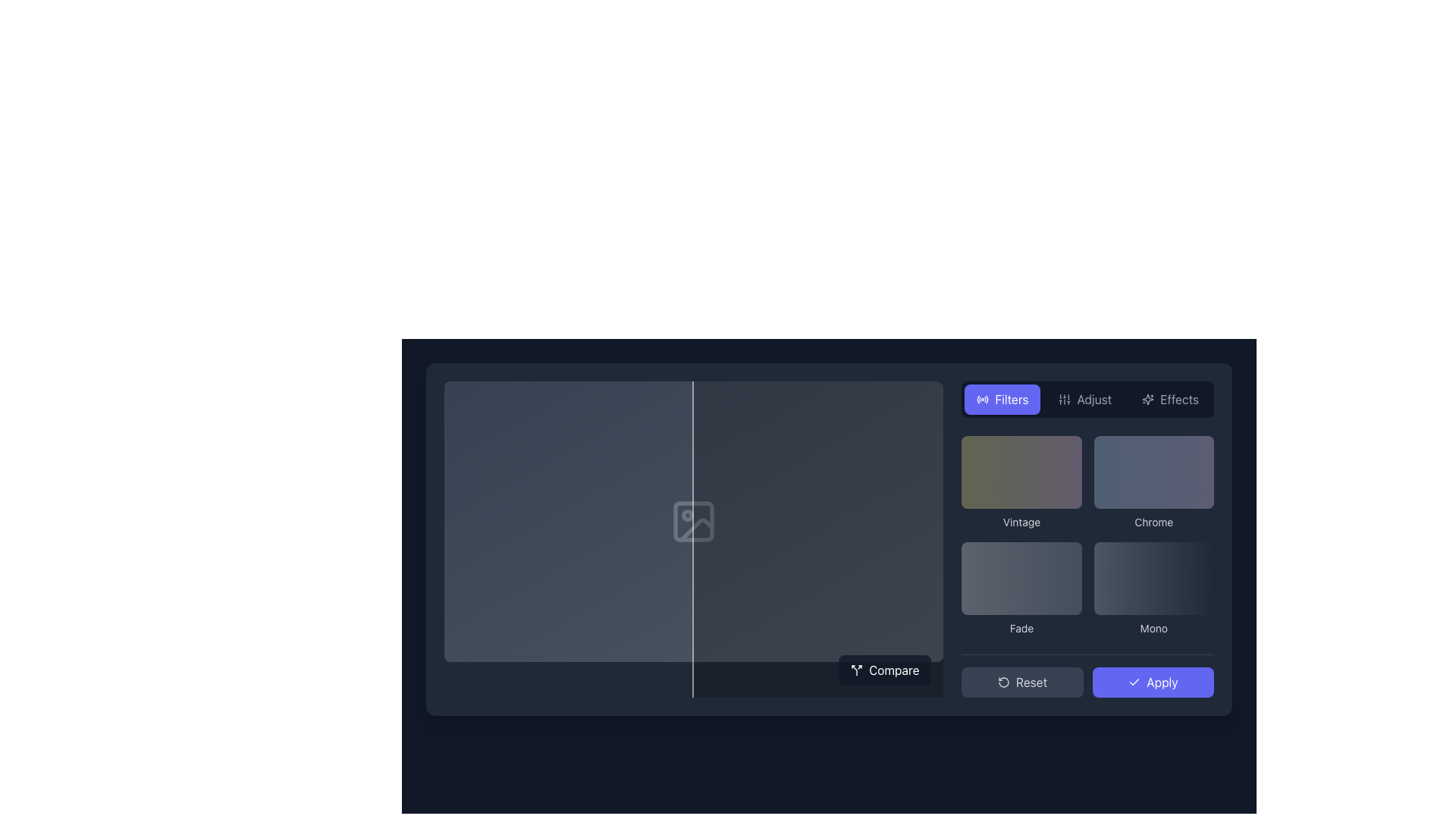 Image resolution: width=1456 pixels, height=819 pixels. I want to click on the decorative icon representing the 'Filters' feature located beside the text 'Filters' in the top-right section of the interface, so click(983, 399).